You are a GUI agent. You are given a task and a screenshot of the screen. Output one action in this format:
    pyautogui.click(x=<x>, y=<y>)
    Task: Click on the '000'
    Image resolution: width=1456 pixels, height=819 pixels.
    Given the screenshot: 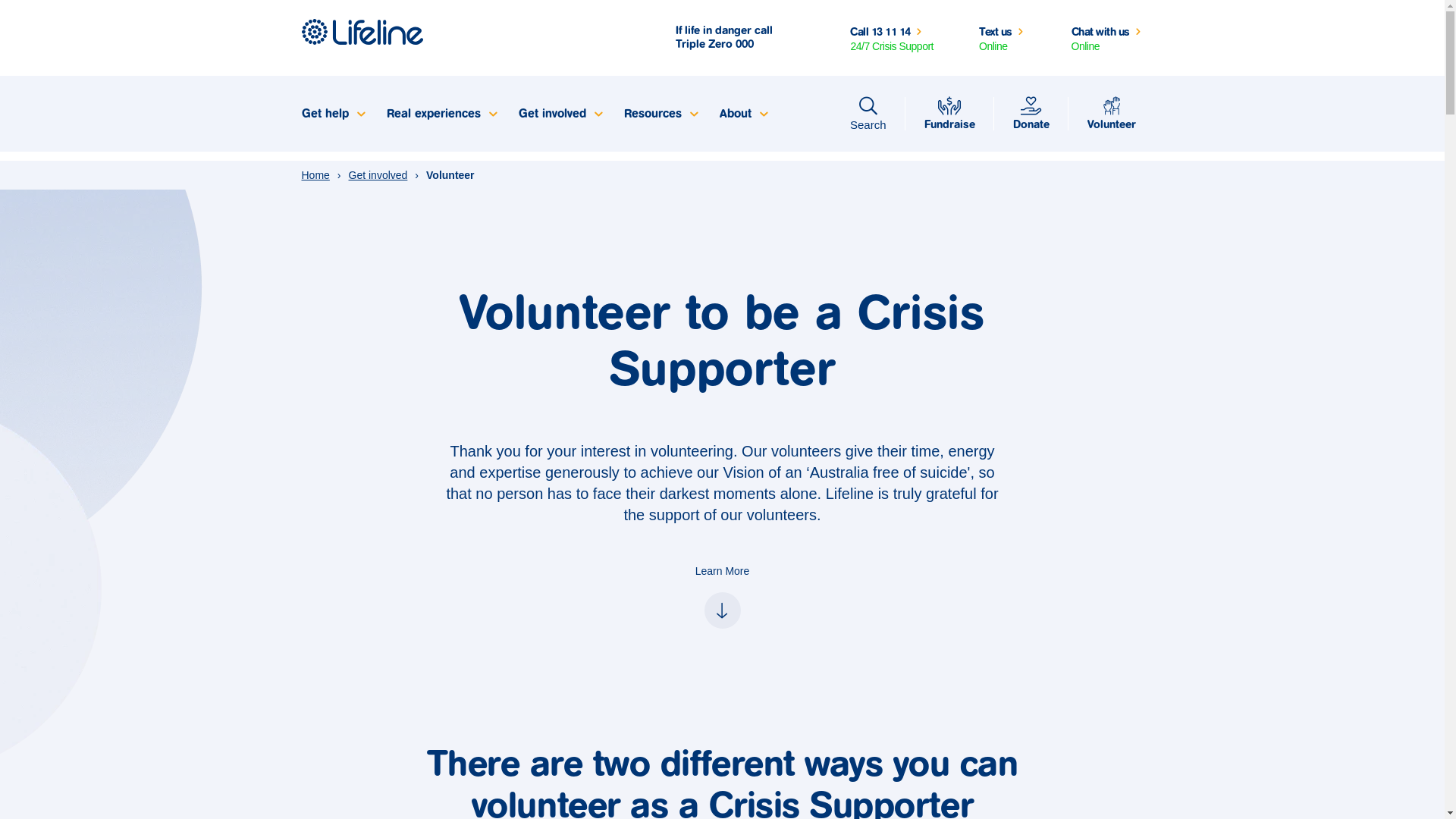 What is the action you would take?
    pyautogui.click(x=735, y=43)
    